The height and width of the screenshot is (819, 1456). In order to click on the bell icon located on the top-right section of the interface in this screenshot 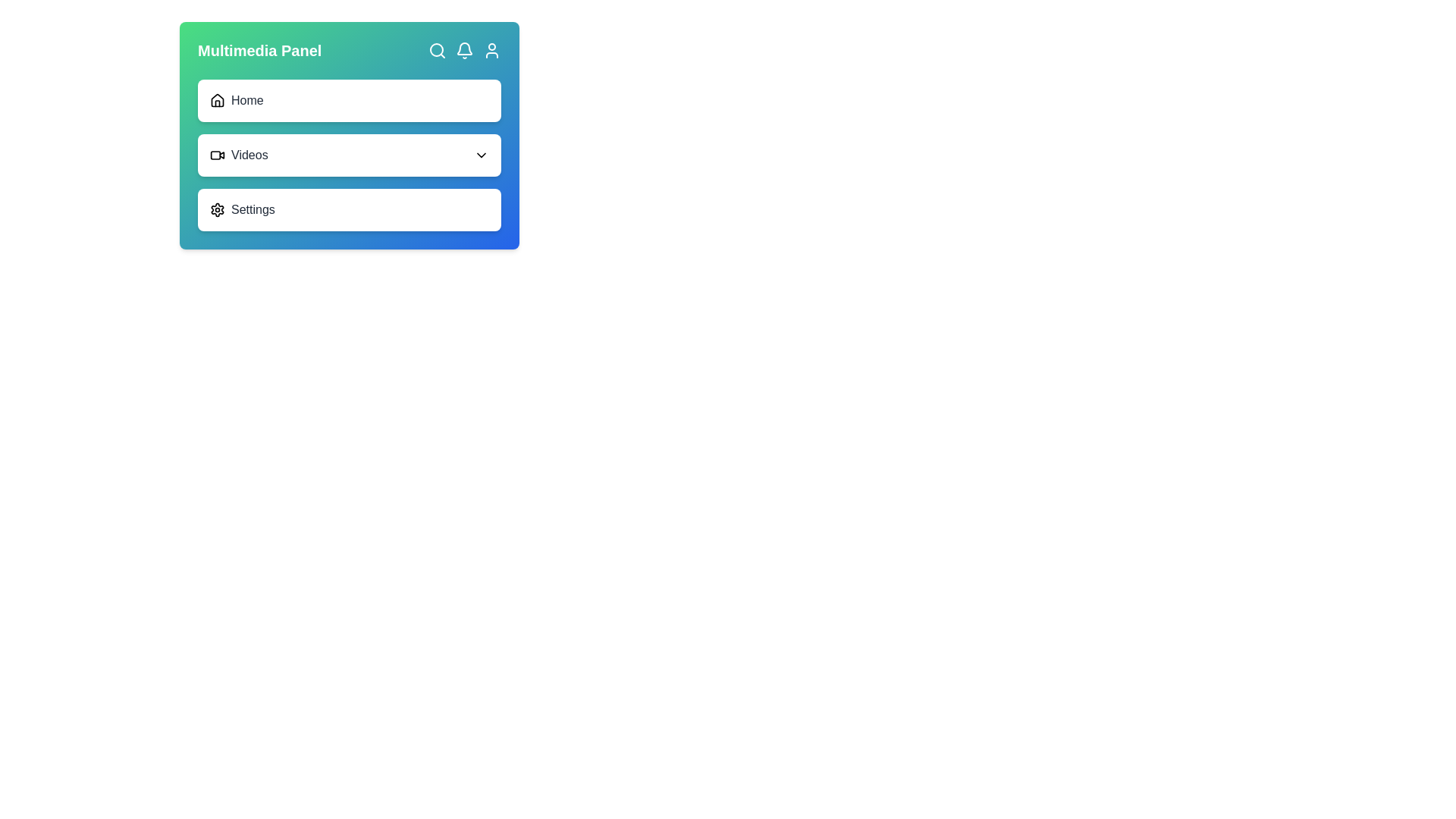, I will do `click(464, 49)`.